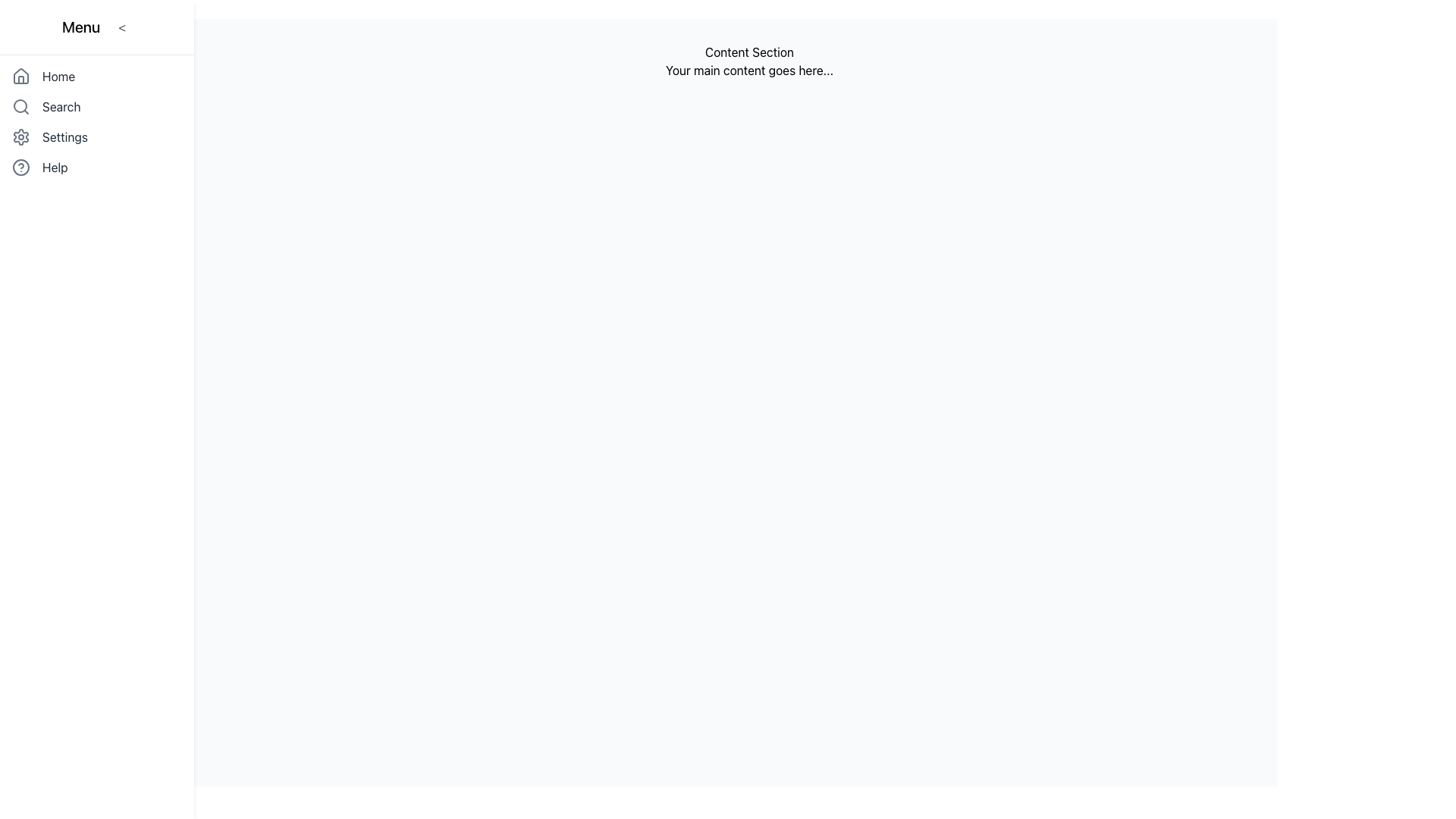  Describe the element at coordinates (58, 76) in the screenshot. I see `the 'Home' text label in the side menu, which is displayed in dark gray font and is positioned next to a house icon as the first menu item under 'Menu'` at that location.